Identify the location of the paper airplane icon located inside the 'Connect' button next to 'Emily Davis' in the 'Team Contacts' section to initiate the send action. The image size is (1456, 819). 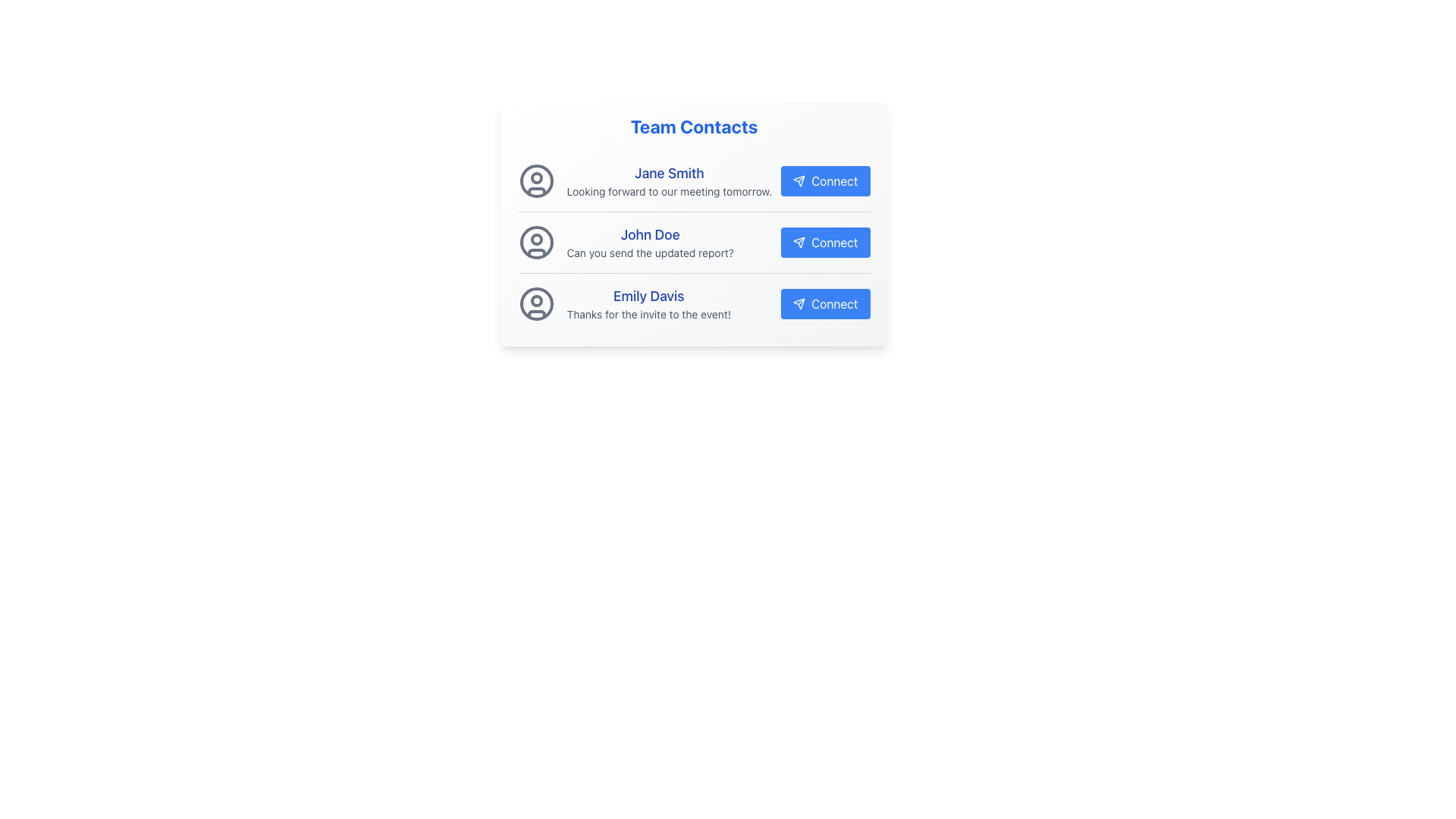
(799, 304).